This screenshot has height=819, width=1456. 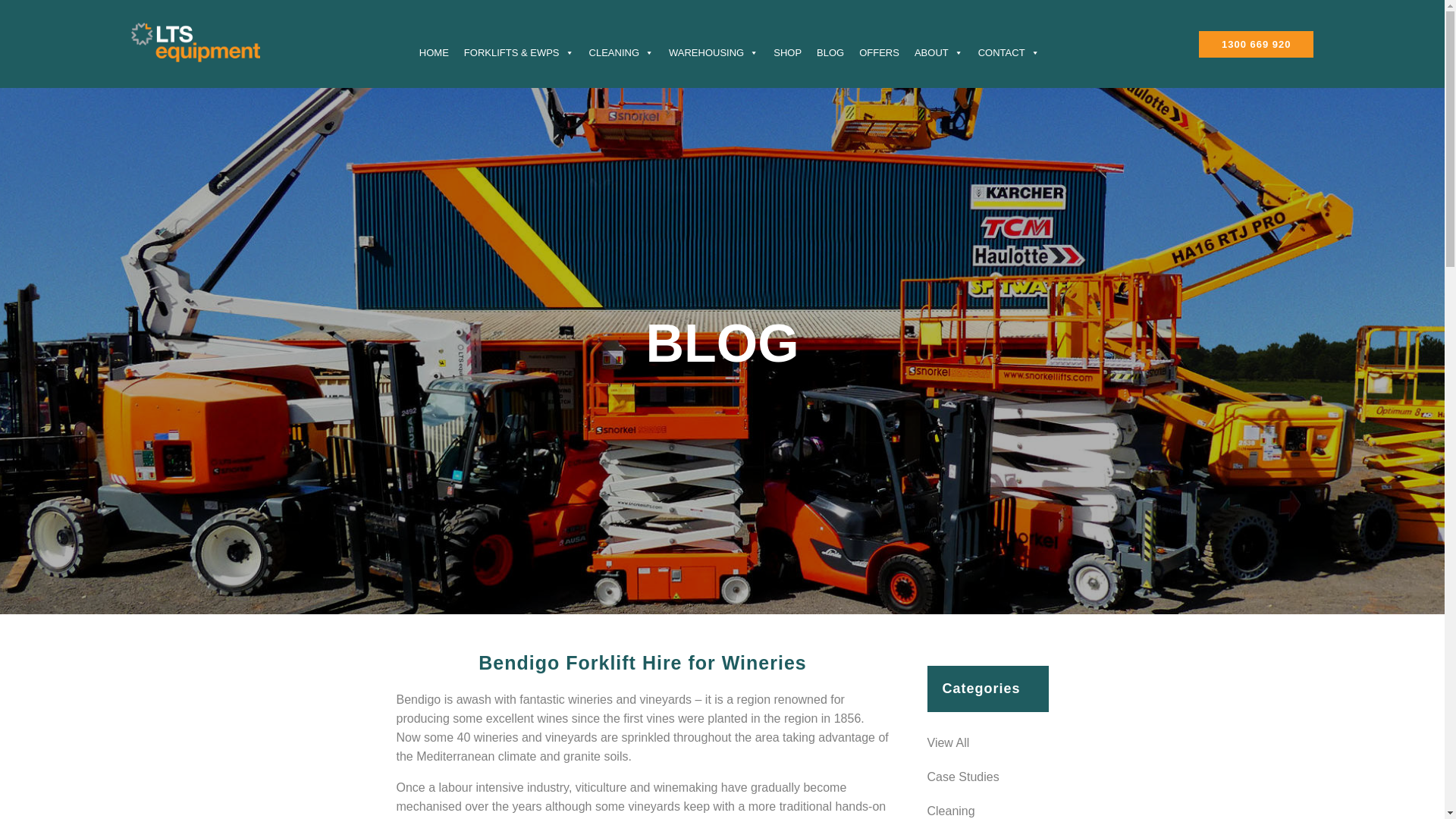 I want to click on 'HOME', so click(x=433, y=52).